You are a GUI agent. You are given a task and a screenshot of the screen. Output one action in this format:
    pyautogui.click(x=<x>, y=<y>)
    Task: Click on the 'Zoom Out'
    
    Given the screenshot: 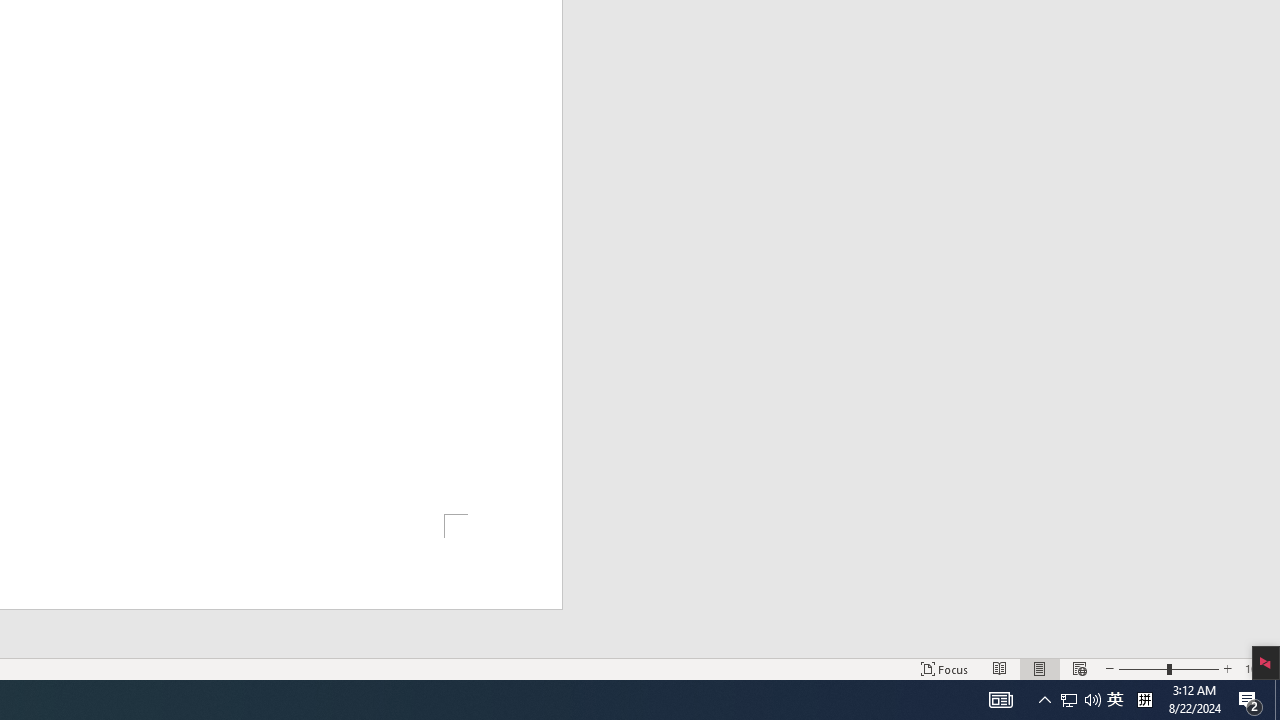 What is the action you would take?
    pyautogui.click(x=1143, y=669)
    